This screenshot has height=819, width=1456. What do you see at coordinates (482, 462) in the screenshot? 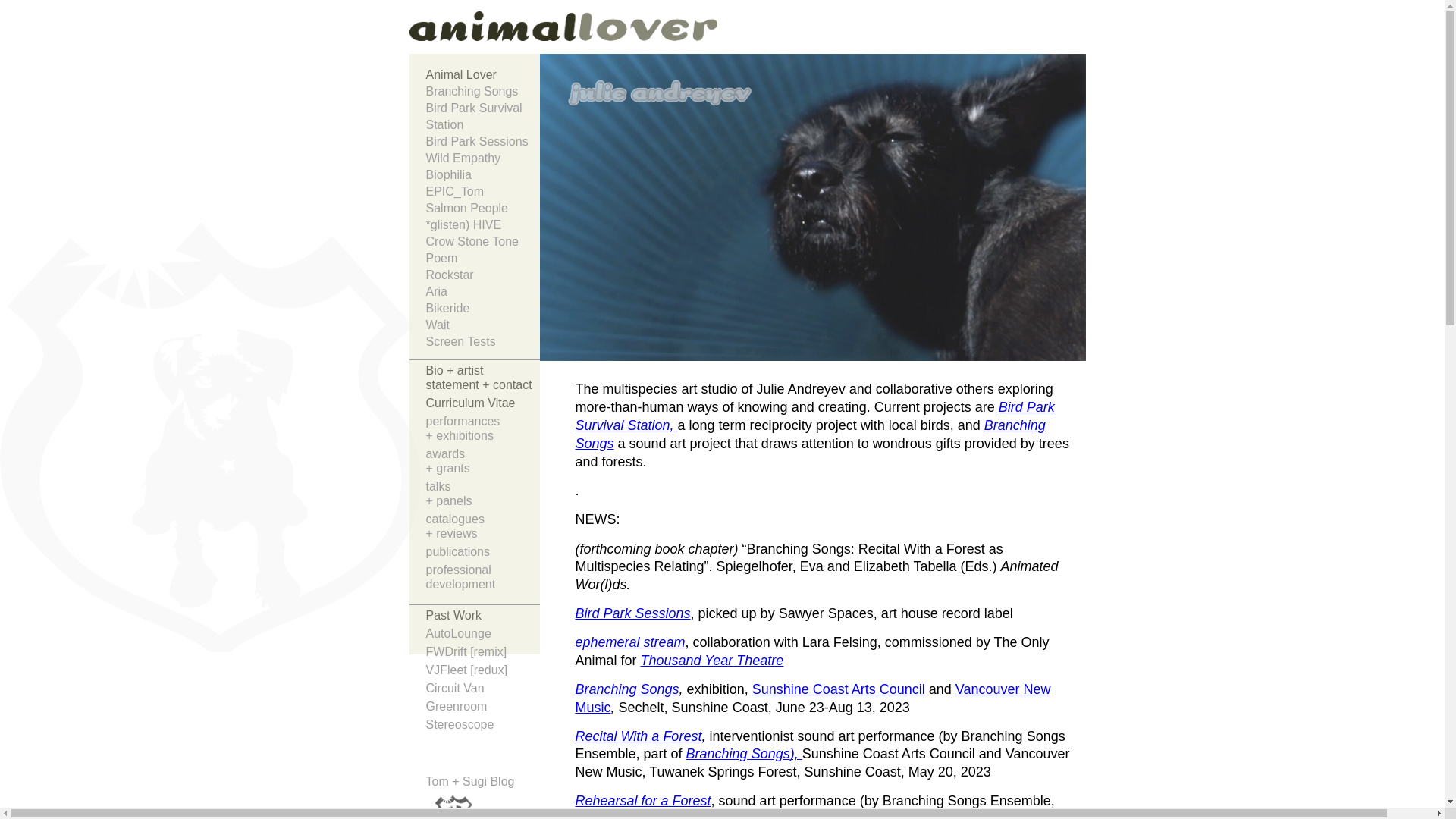
I see `'awards` at bounding box center [482, 462].